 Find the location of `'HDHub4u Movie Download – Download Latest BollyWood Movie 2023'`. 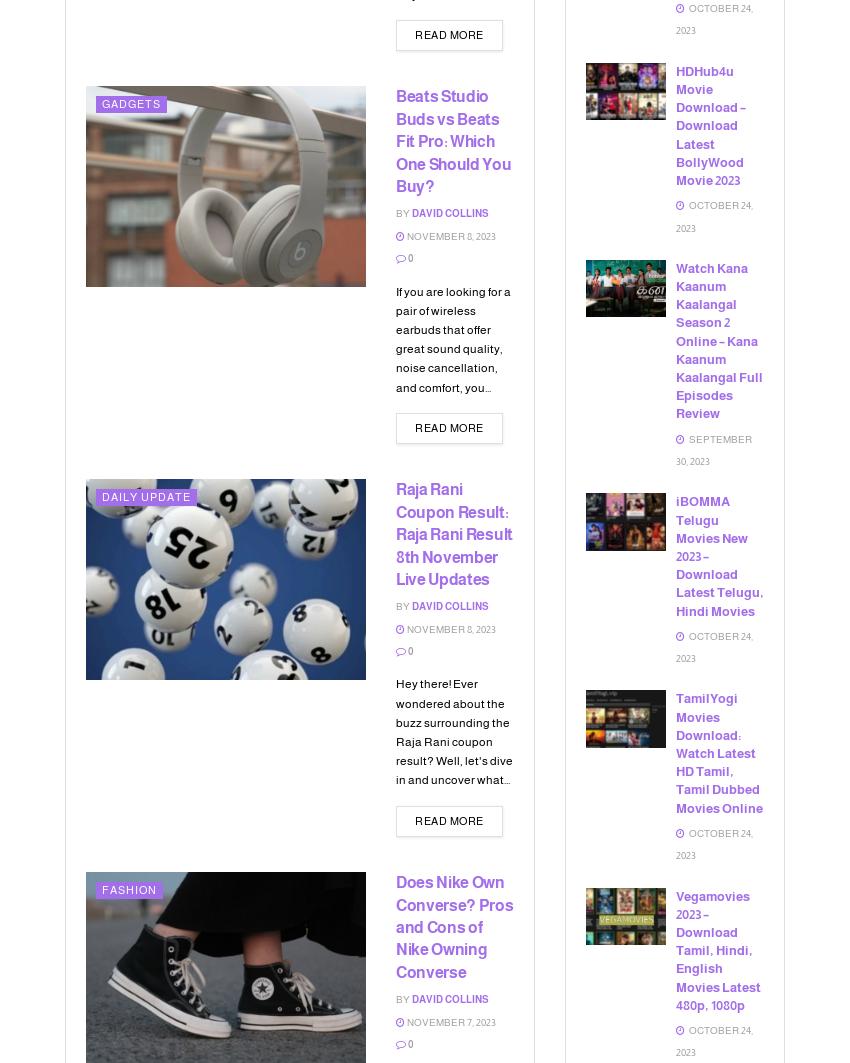

'HDHub4u Movie Download – Download Latest BollyWood Movie 2023' is located at coordinates (710, 125).